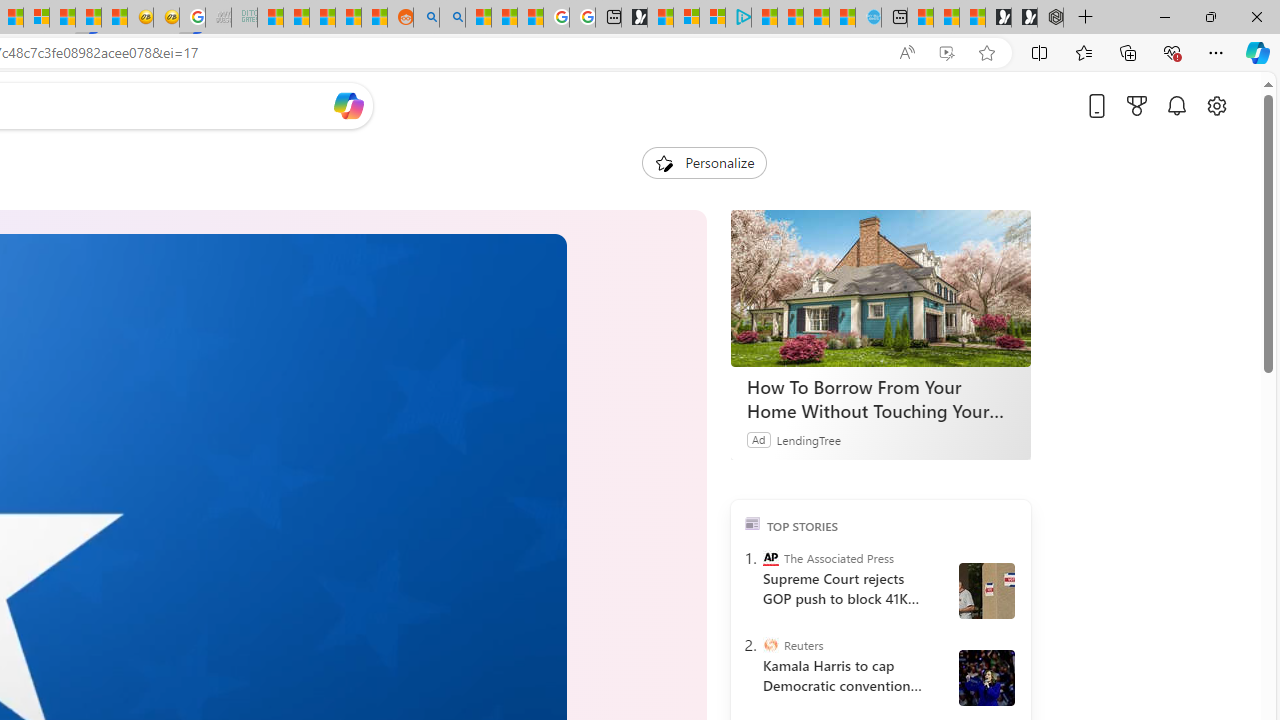  Describe the element at coordinates (769, 558) in the screenshot. I see `'The Associated Press'` at that location.